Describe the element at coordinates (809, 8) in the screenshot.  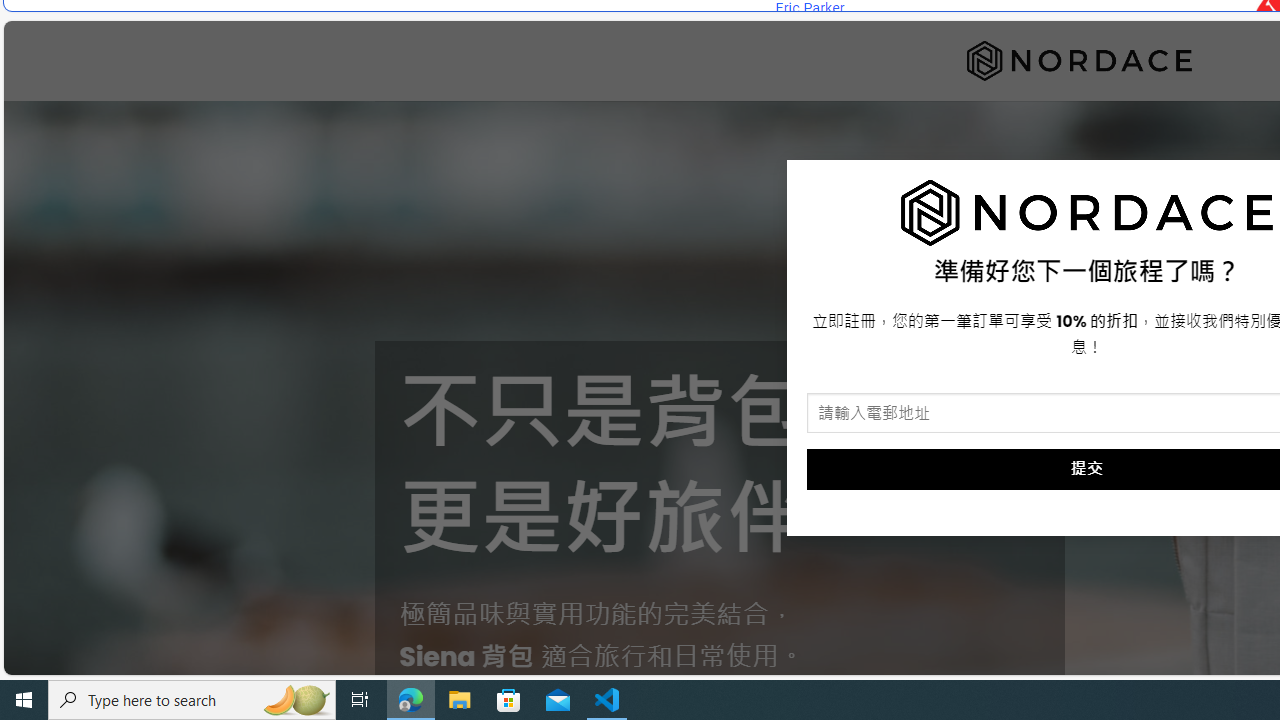
I see `'Eric Parker'` at that location.